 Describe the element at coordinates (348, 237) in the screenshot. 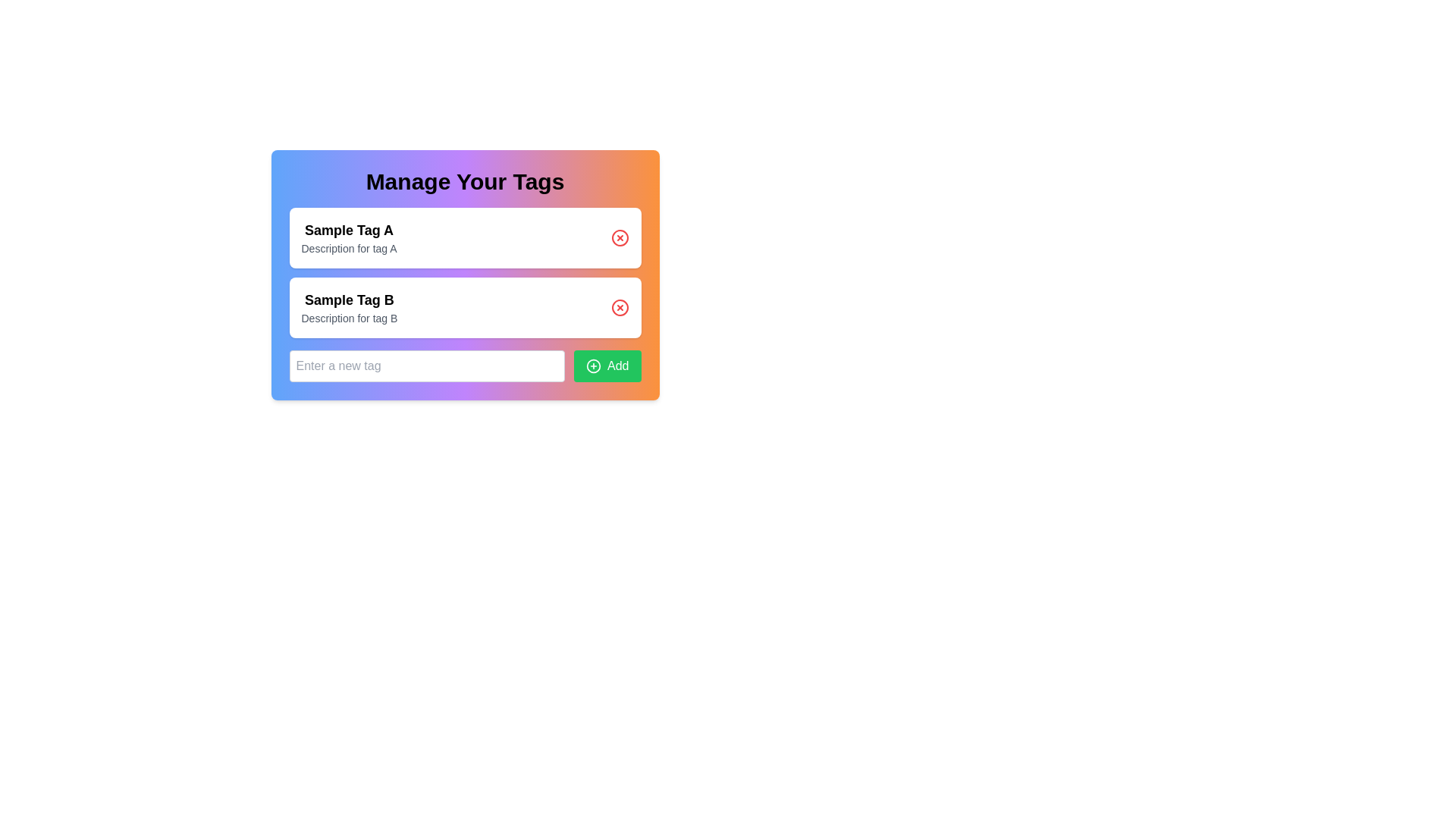

I see `the text block titled 'Sample Tag A' with the description 'Description for tag A', which is the first entry under 'Manage Your Tags'` at that location.